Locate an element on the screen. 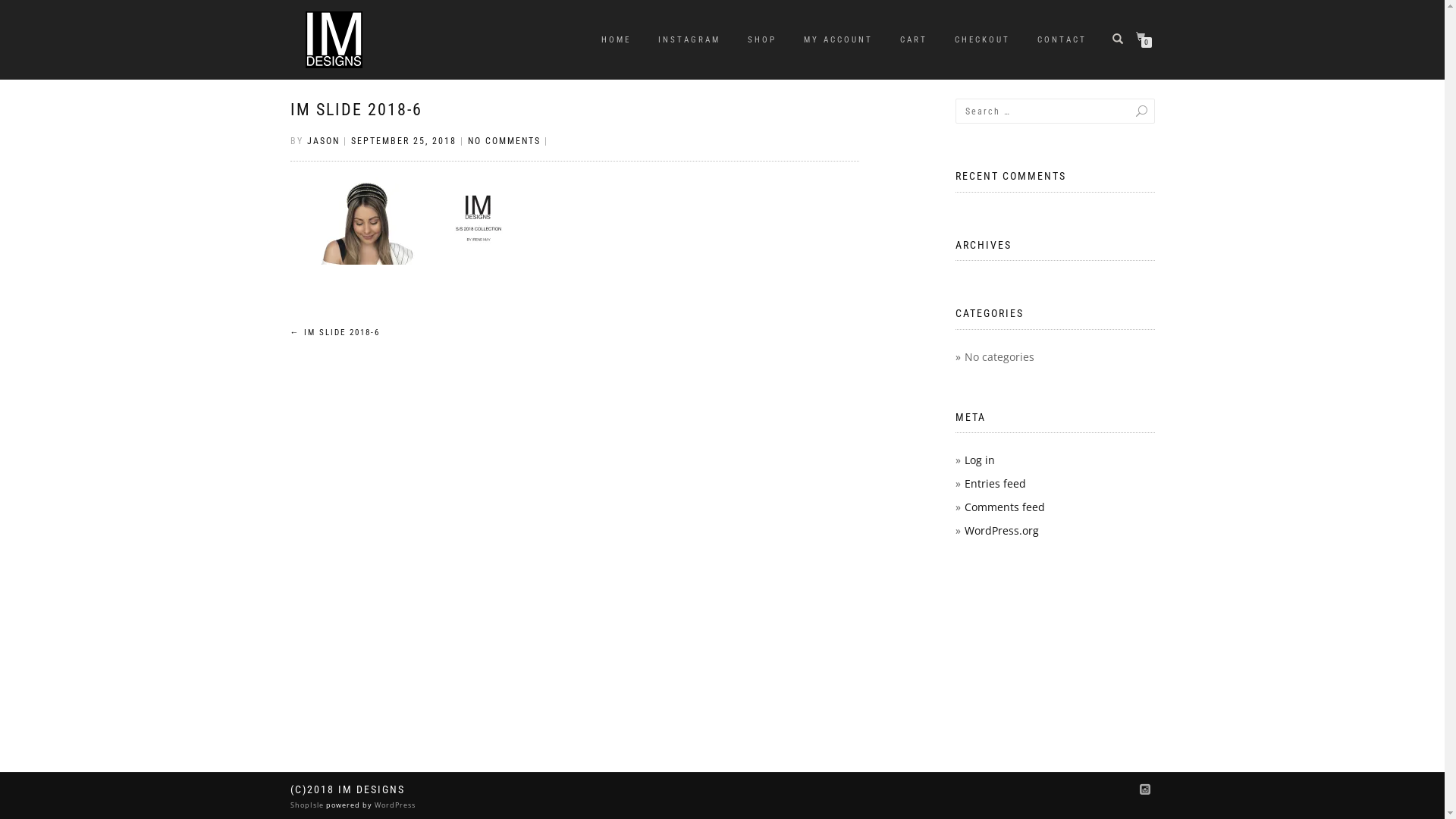 This screenshot has height=819, width=1456. 'Log in' is located at coordinates (979, 459).